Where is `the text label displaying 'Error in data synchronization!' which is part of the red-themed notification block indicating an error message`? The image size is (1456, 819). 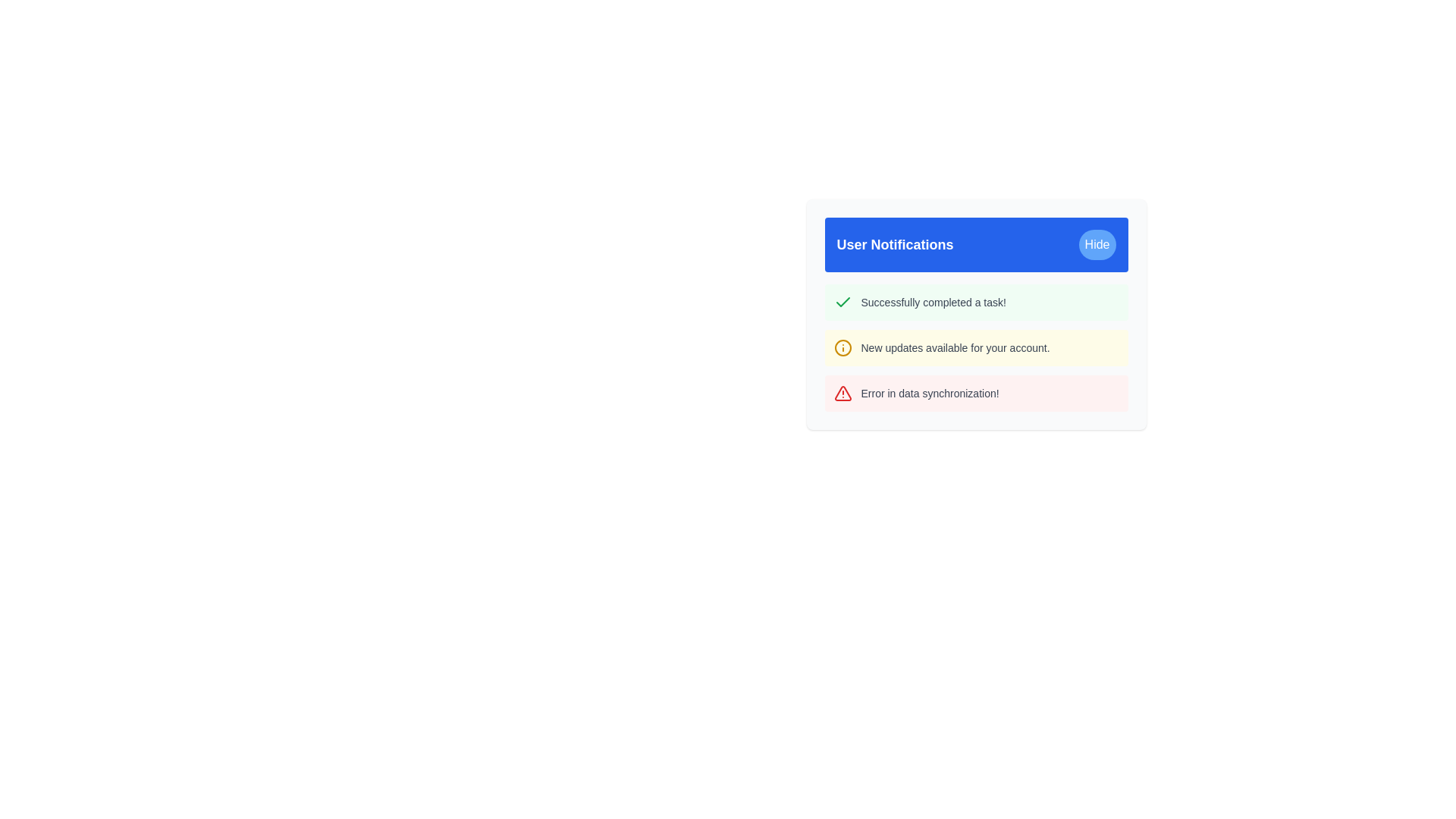 the text label displaying 'Error in data synchronization!' which is part of the red-themed notification block indicating an error message is located at coordinates (929, 393).